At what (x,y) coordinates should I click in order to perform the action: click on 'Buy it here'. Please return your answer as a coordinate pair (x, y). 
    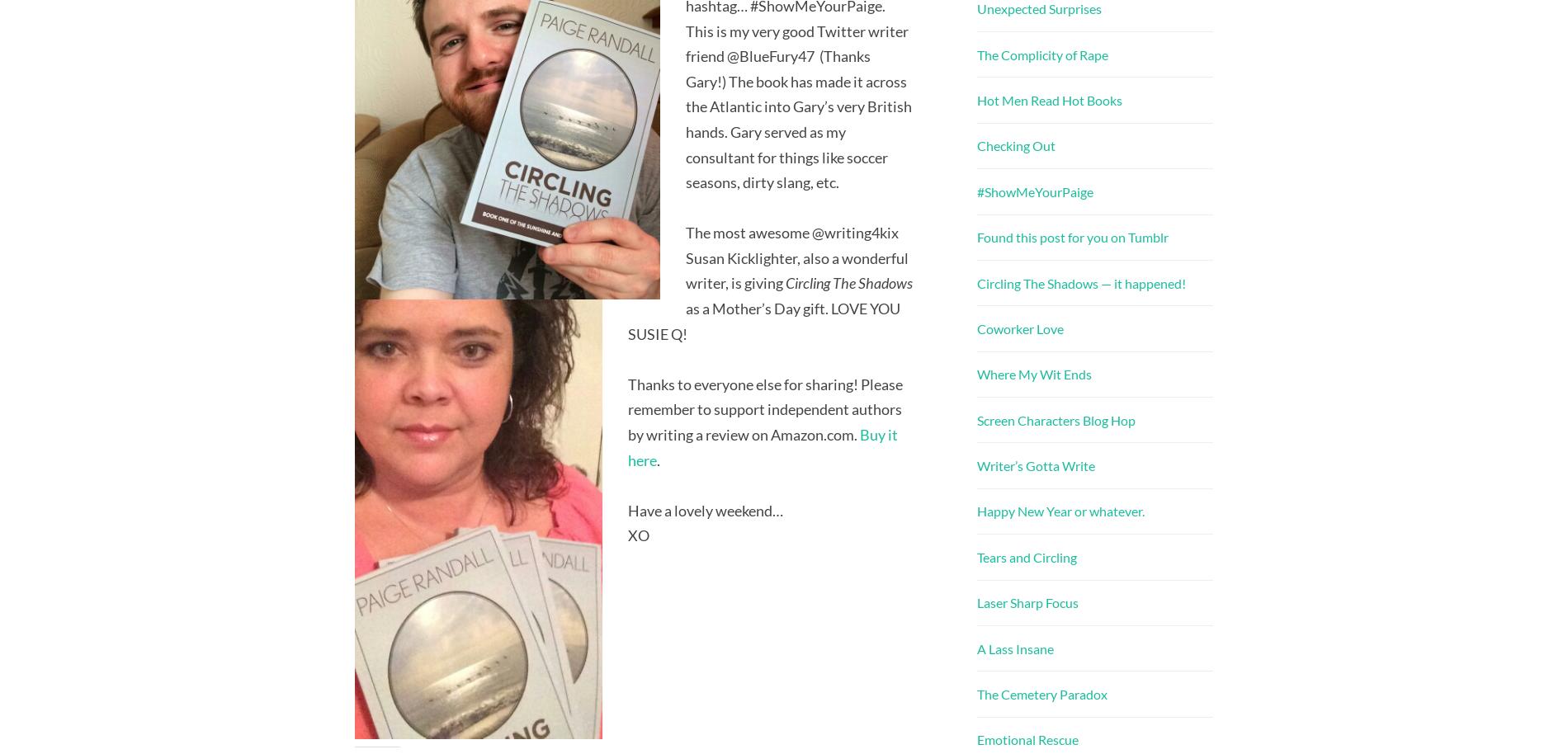
    Looking at the image, I should click on (761, 446).